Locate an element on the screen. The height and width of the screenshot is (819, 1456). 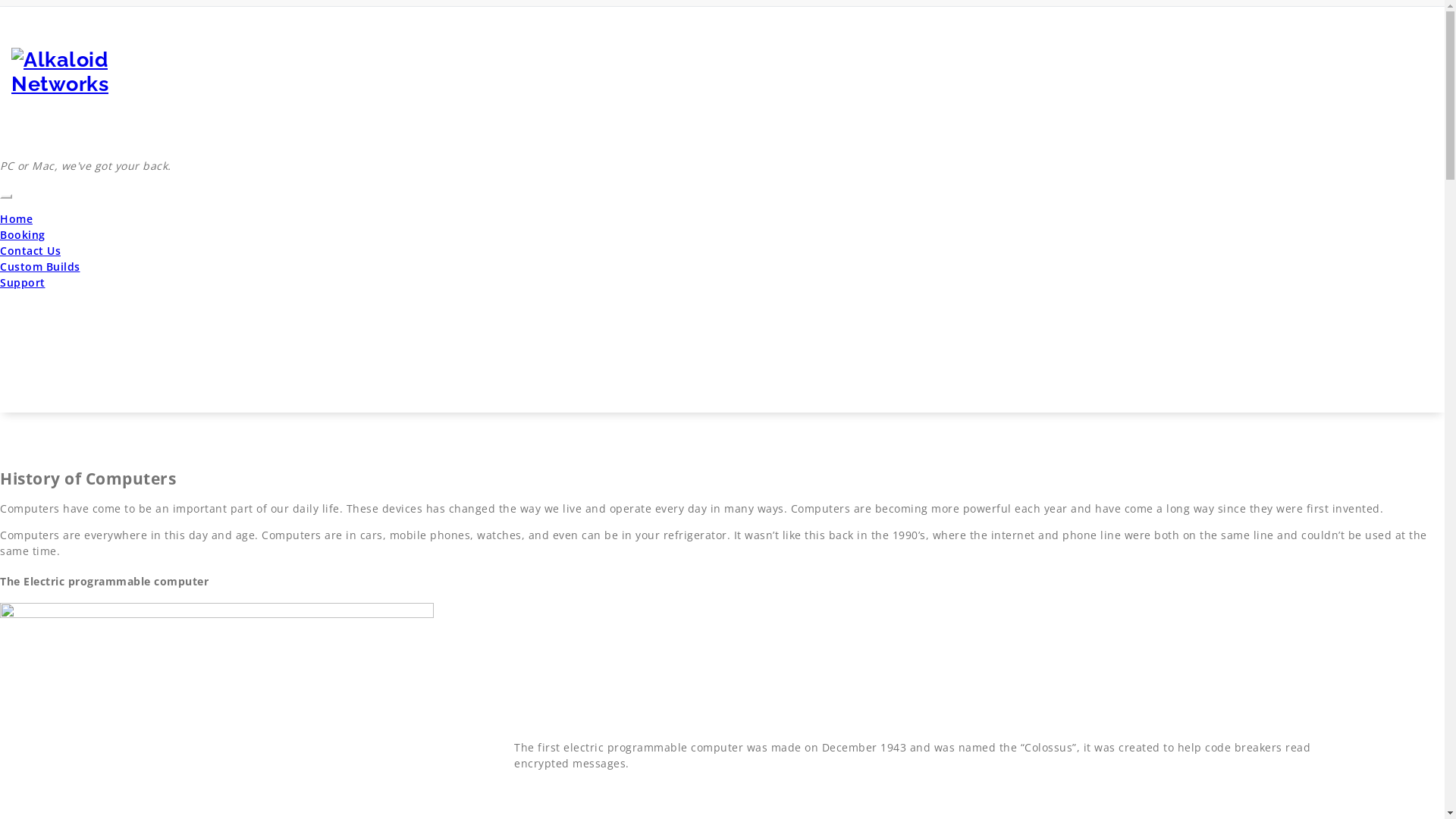
'Toggle navigation' is located at coordinates (6, 195).